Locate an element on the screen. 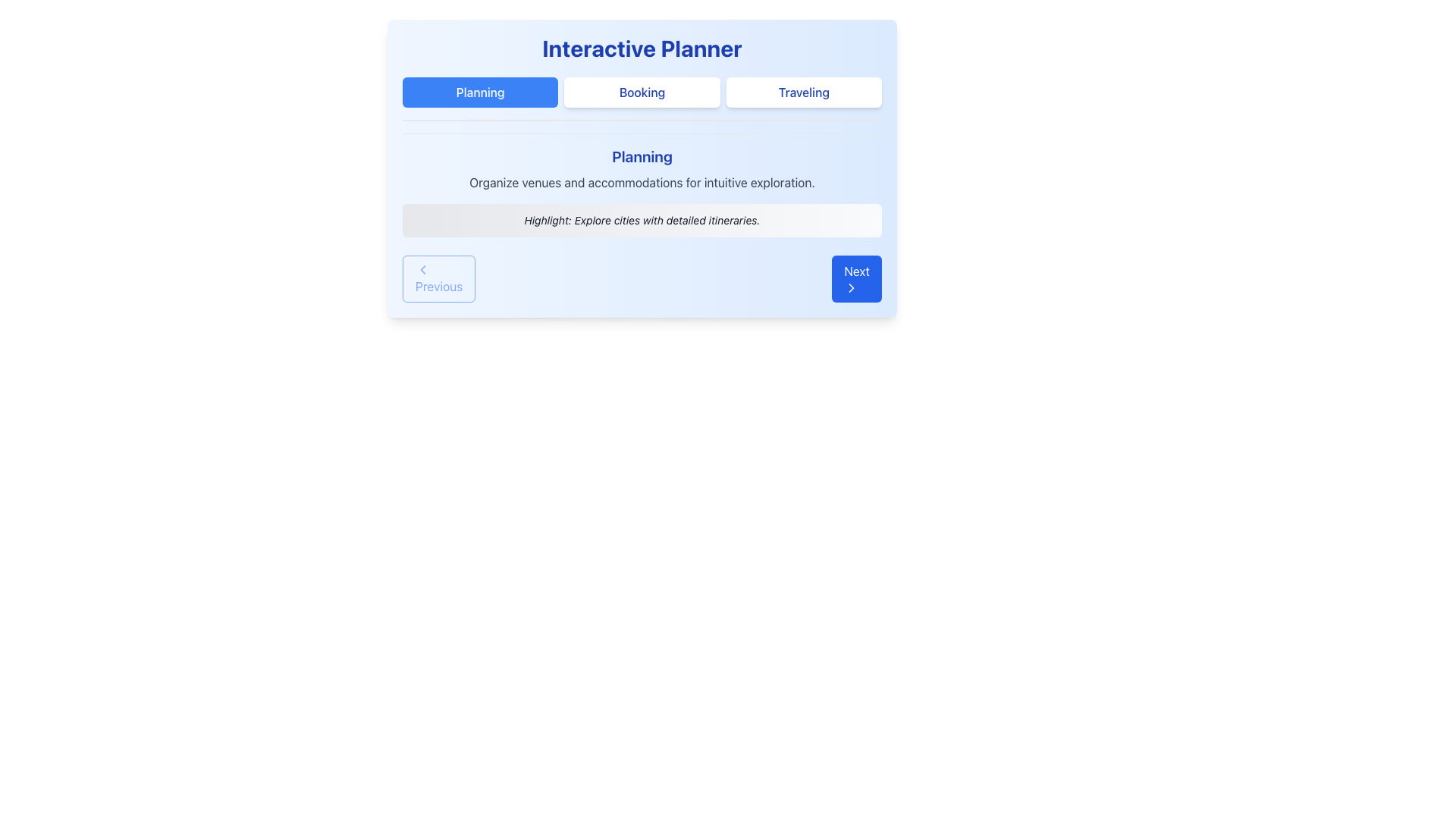 This screenshot has width=1456, height=819. the 'Booking' tab in the Tab Navigation Bar is located at coordinates (642, 93).